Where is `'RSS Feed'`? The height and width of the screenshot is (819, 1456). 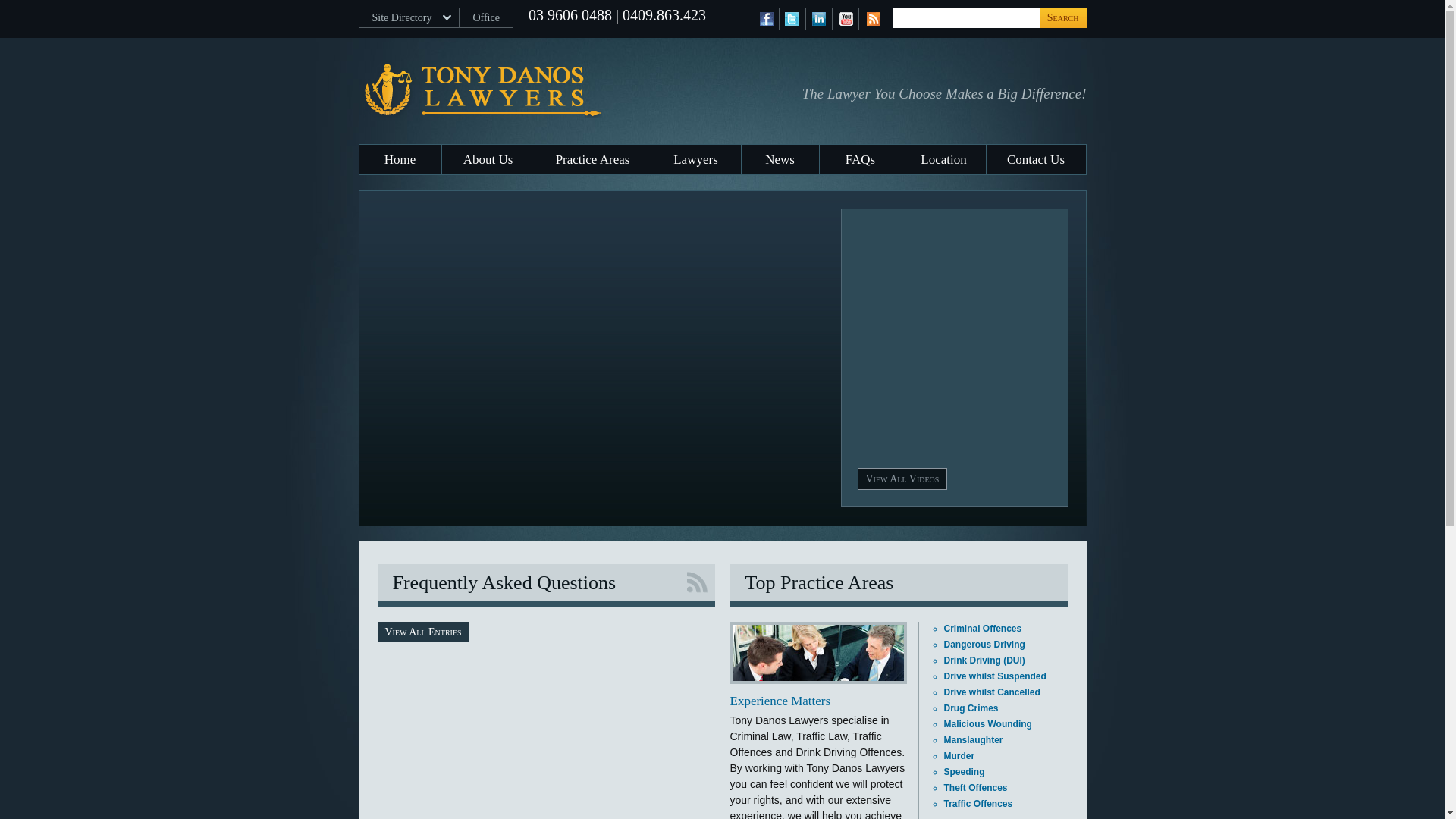 'RSS Feed' is located at coordinates (872, 18).